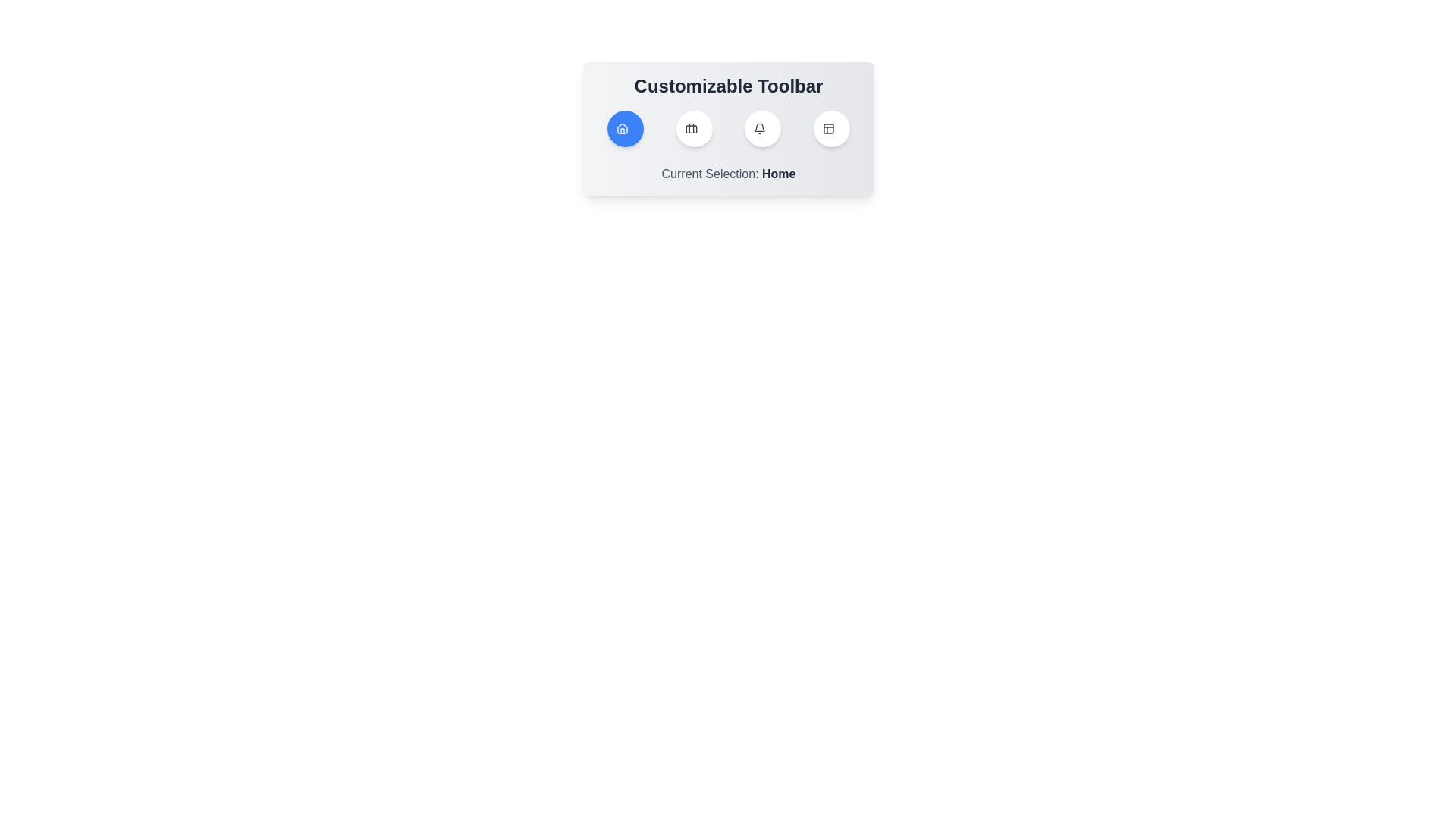 This screenshot has width=1456, height=819. I want to click on the white house icon, which is part of a circular blue button representing the 'Home' button, so click(622, 127).